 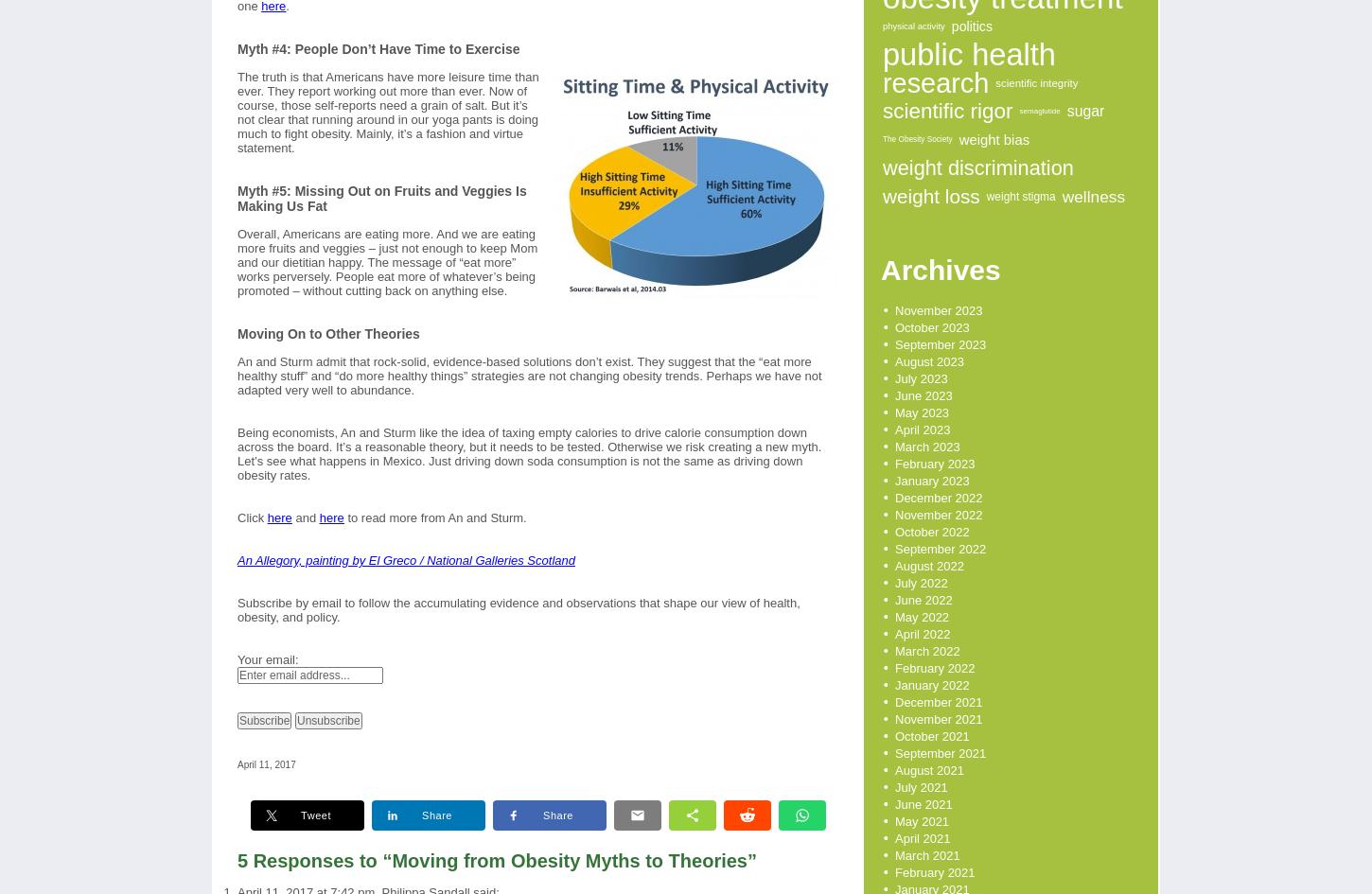 What do you see at coordinates (266, 763) in the screenshot?
I see `'April 11, 2017'` at bounding box center [266, 763].